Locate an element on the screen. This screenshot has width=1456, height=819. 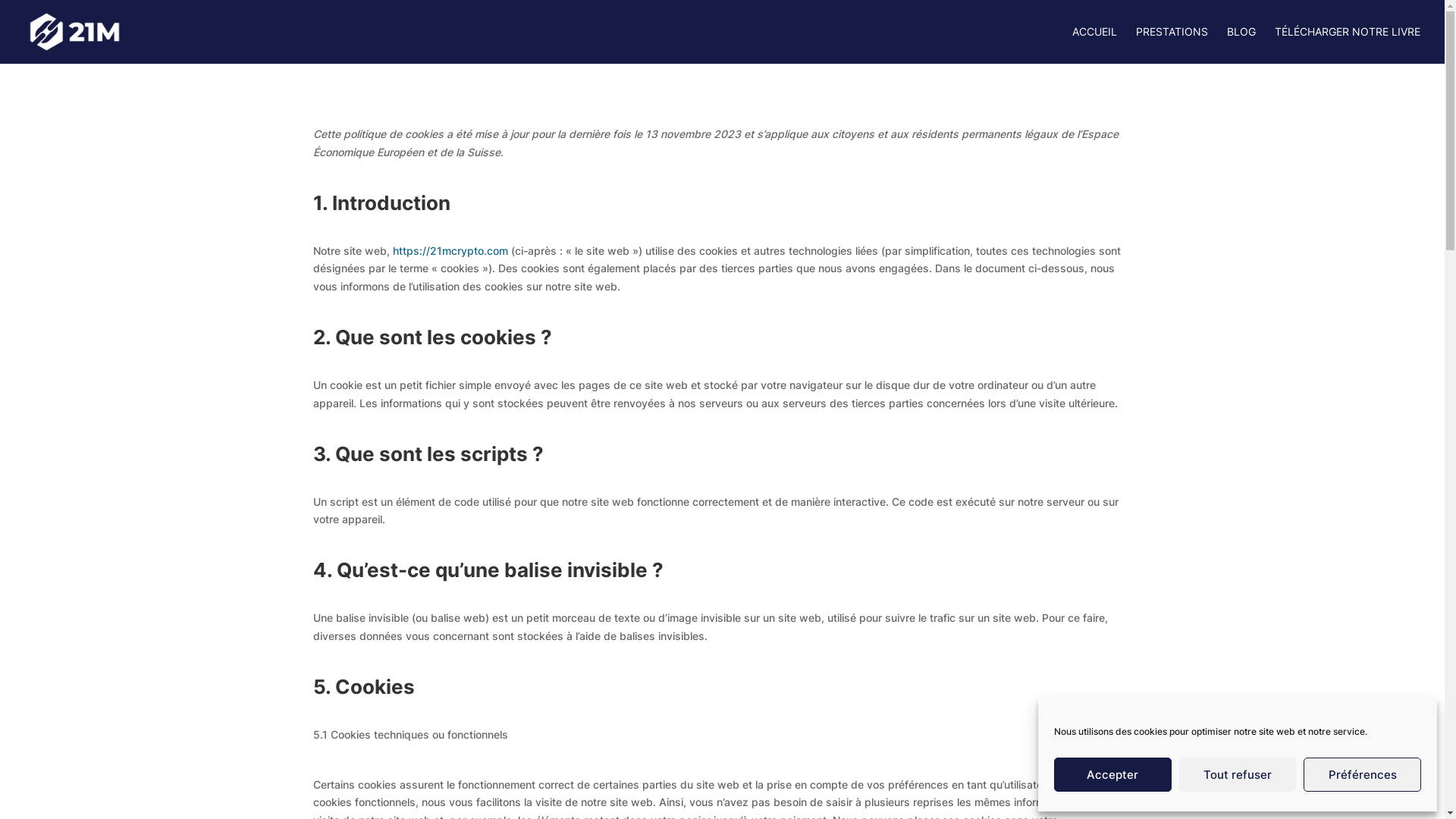
'PRESTATIONS' is located at coordinates (1171, 44).